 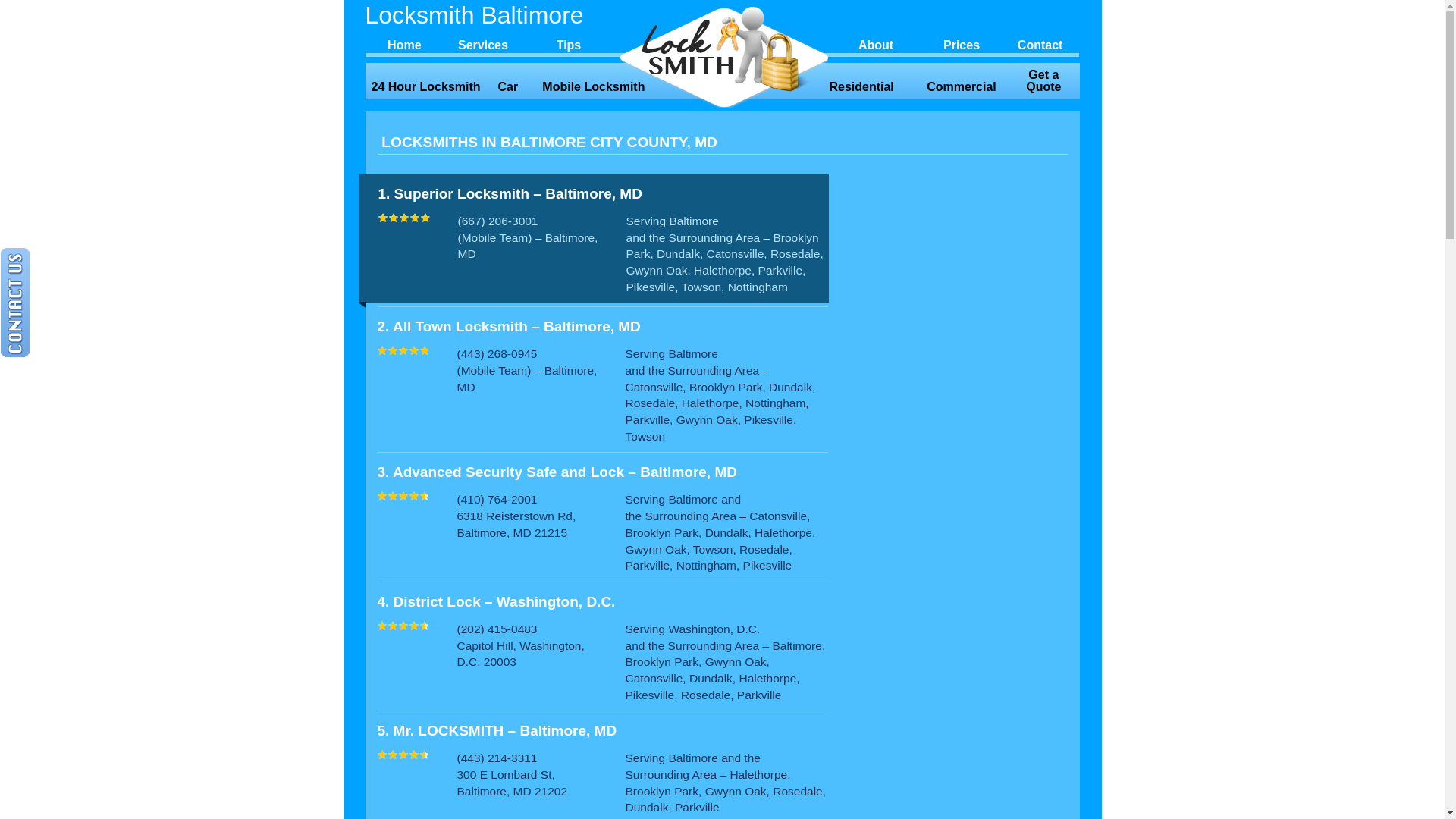 What do you see at coordinates (1040, 42) in the screenshot?
I see `'Contact'` at bounding box center [1040, 42].